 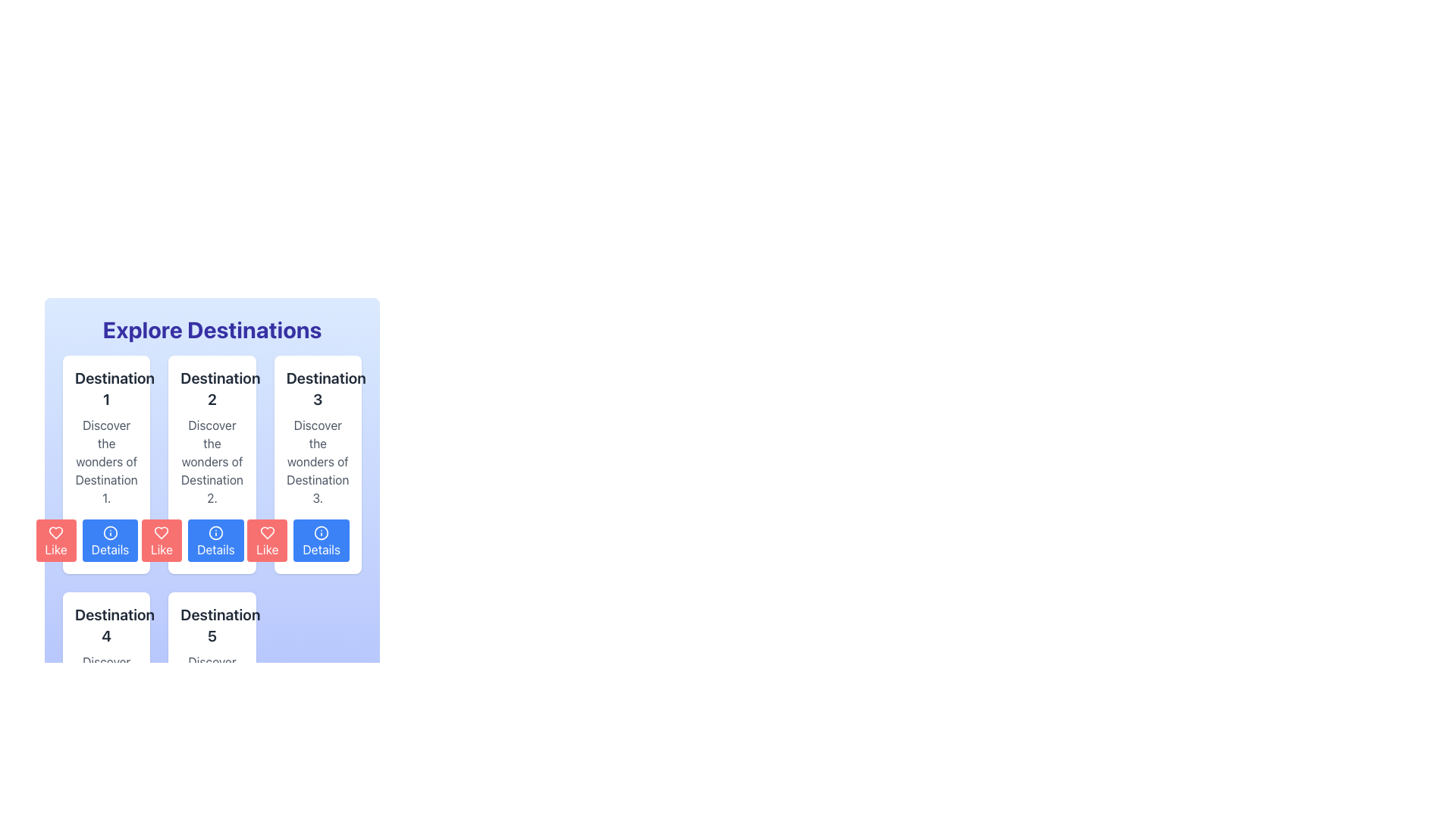 I want to click on the heart-shaped UI icon representing the 'Like' button under the 'Destination 3' card in the 'Explore Destinations' section, so click(x=267, y=532).